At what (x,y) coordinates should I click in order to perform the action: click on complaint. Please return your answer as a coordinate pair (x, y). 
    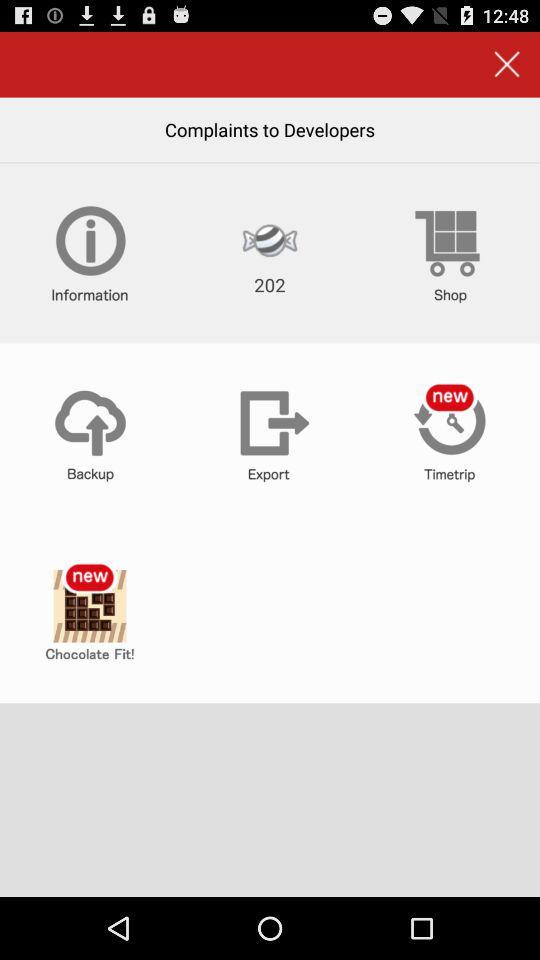
    Looking at the image, I should click on (89, 612).